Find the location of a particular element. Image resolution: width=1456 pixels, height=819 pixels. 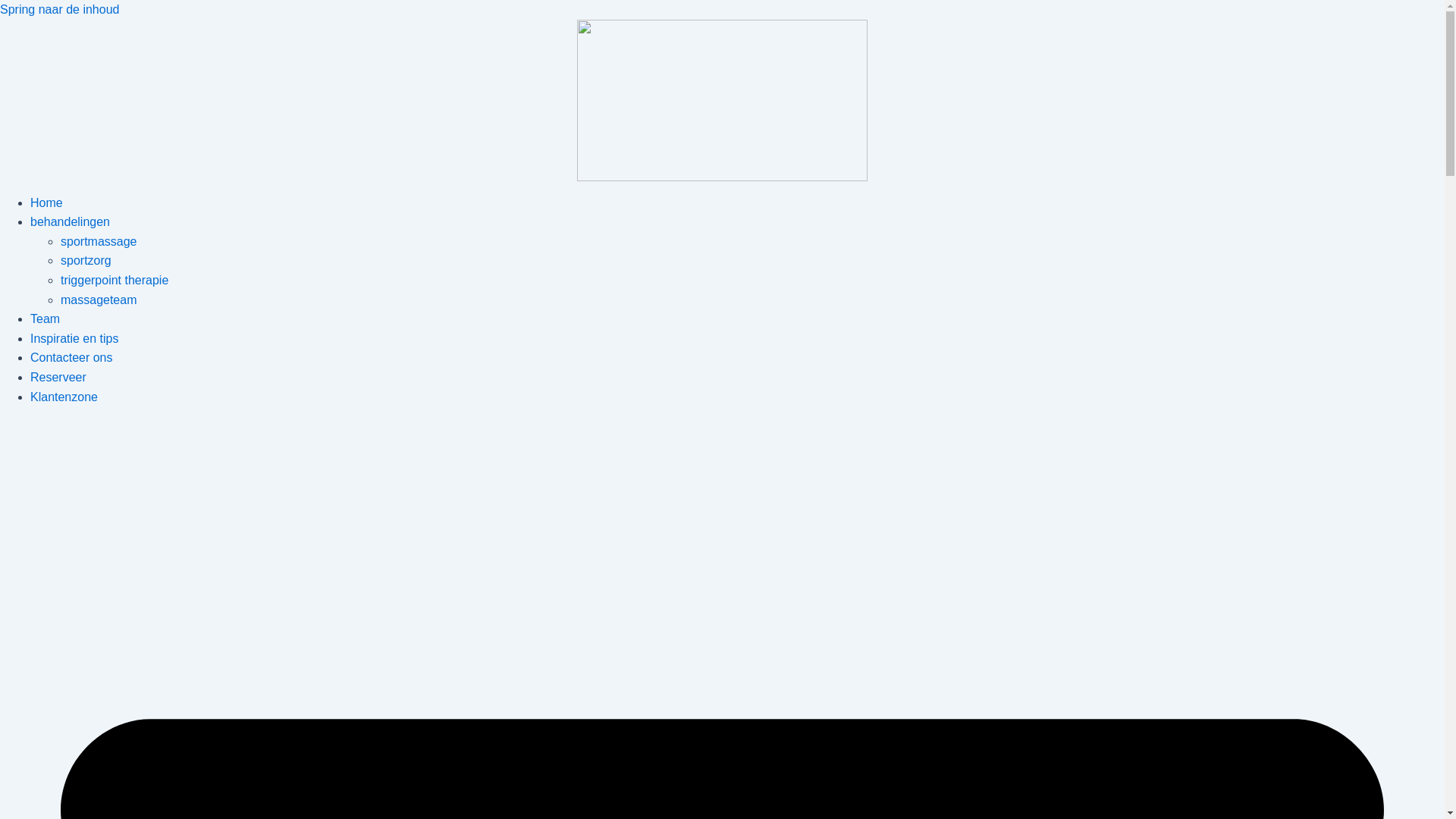

'Home' is located at coordinates (46, 202).